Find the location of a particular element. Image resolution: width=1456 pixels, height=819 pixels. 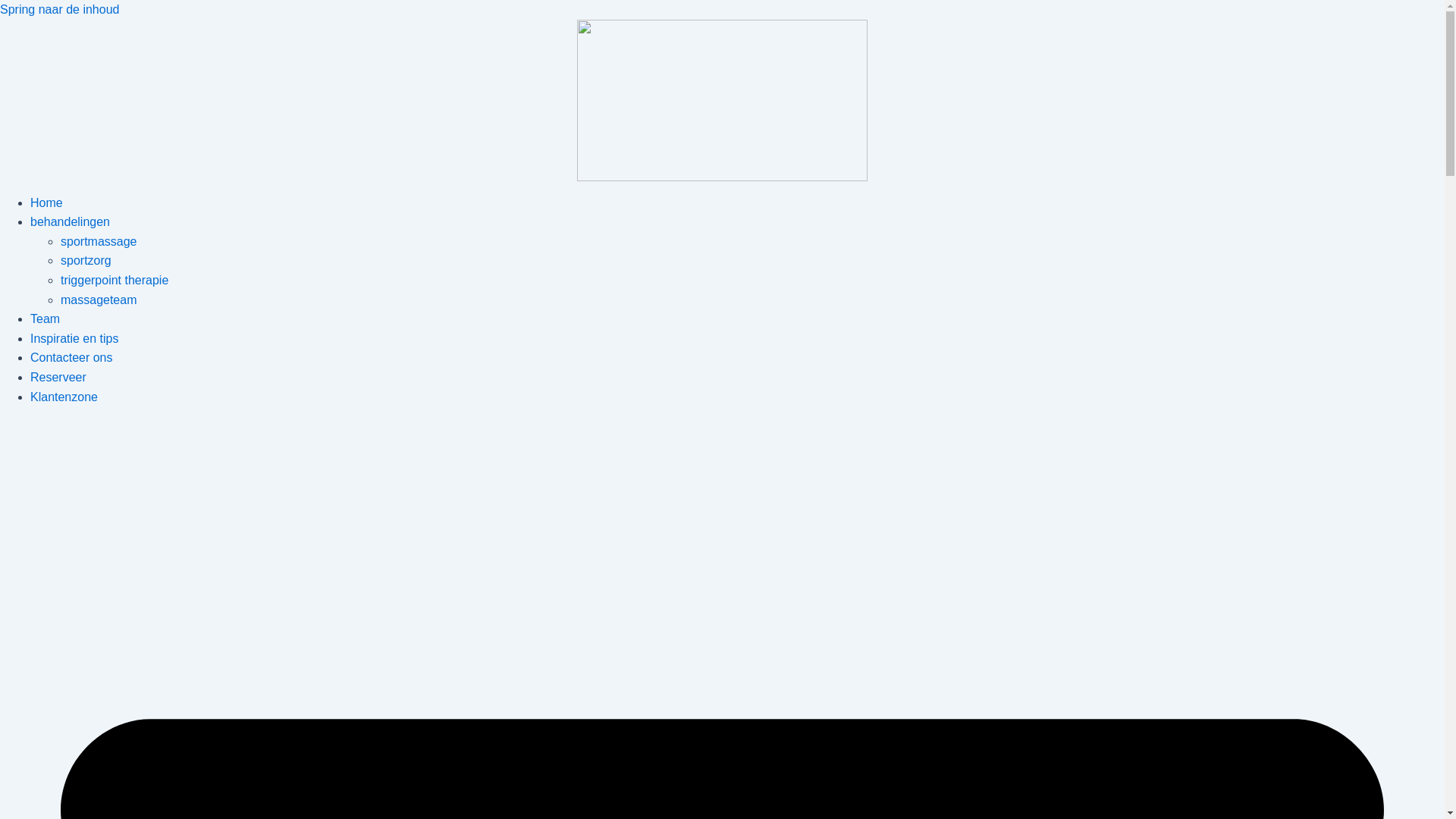

'Home' is located at coordinates (46, 202).